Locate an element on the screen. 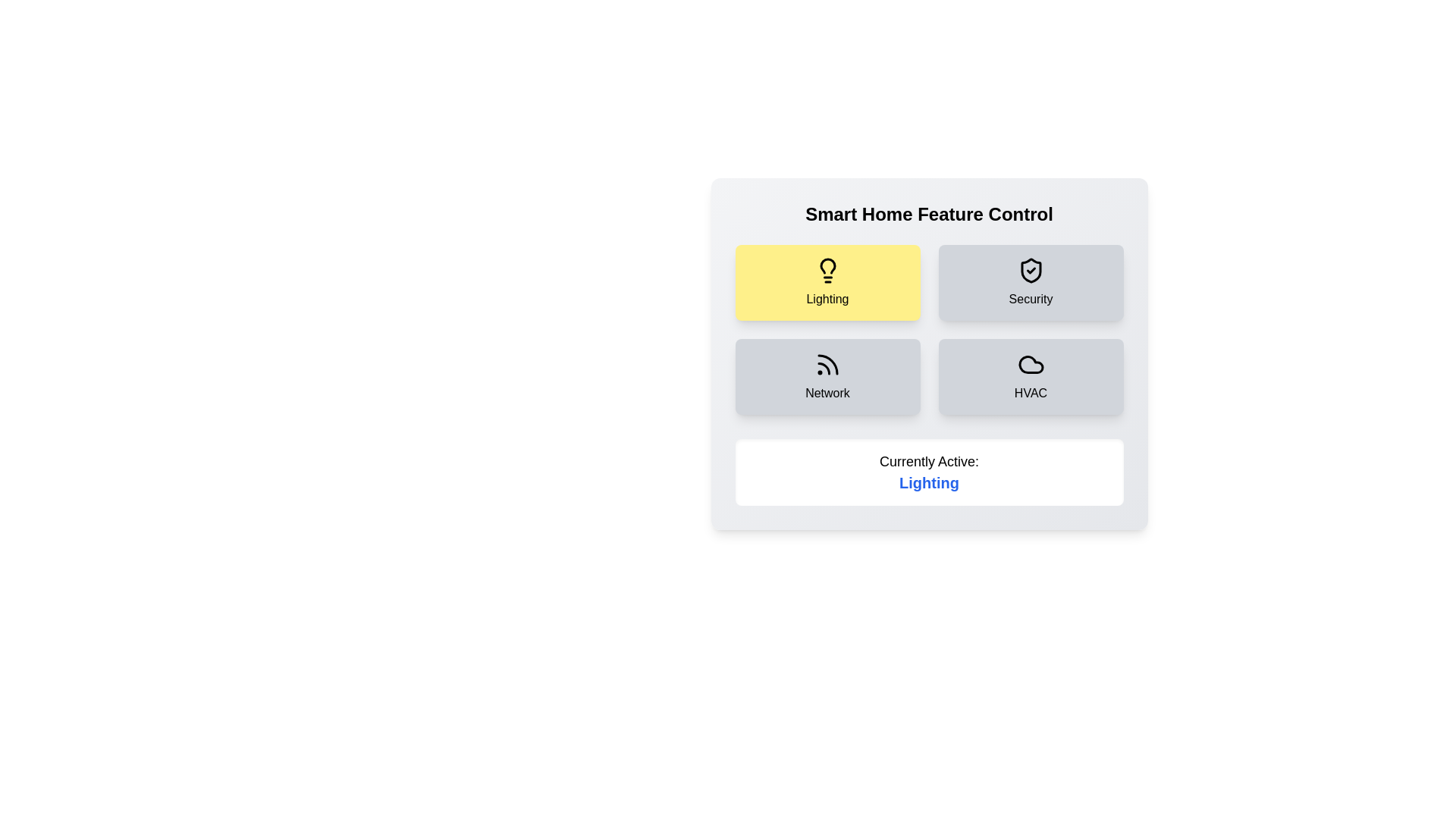 This screenshot has width=1456, height=819. the Security button to interact with the component layout is located at coordinates (1031, 283).